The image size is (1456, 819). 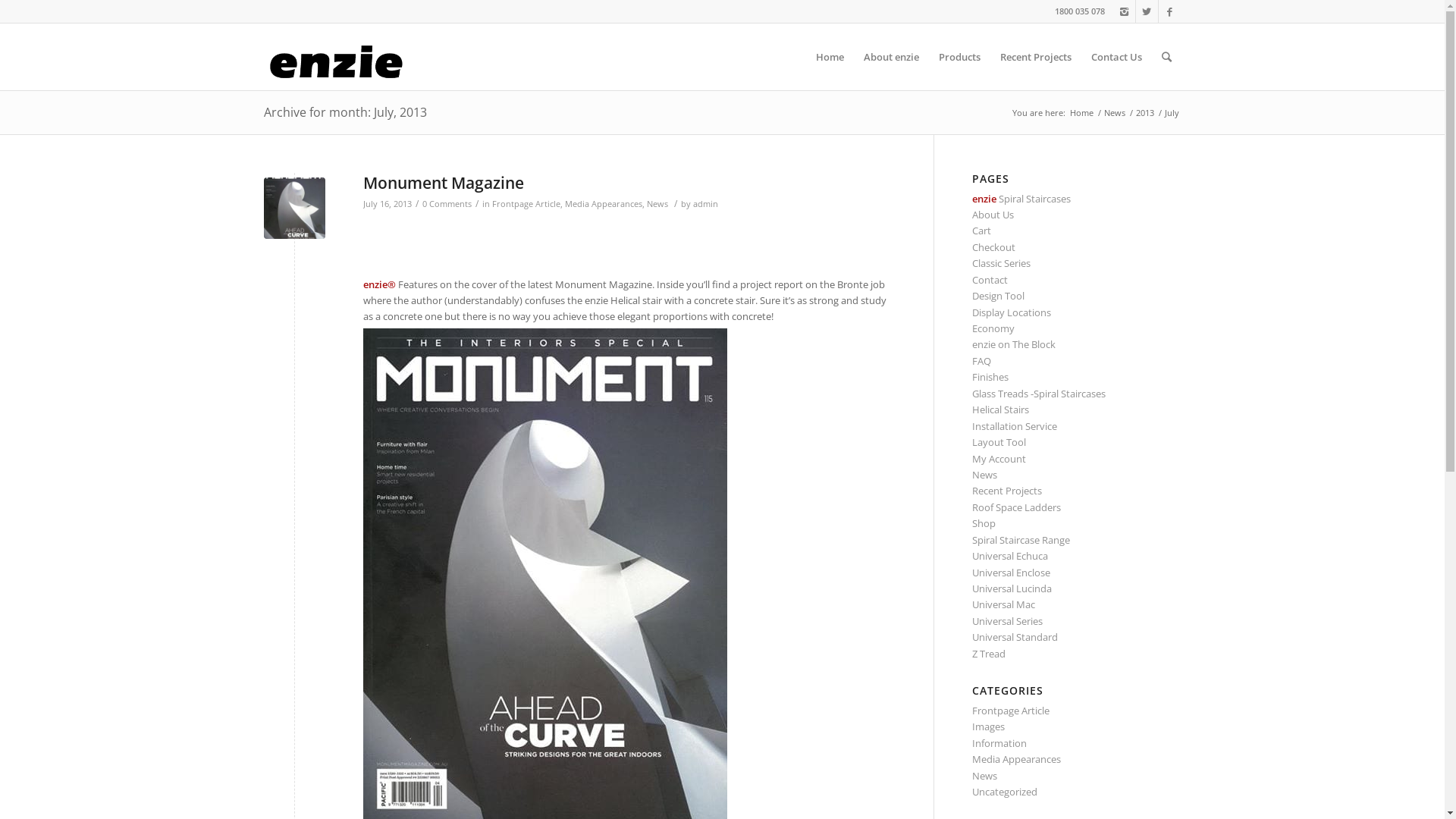 What do you see at coordinates (491, 203) in the screenshot?
I see `'Frontpage Article'` at bounding box center [491, 203].